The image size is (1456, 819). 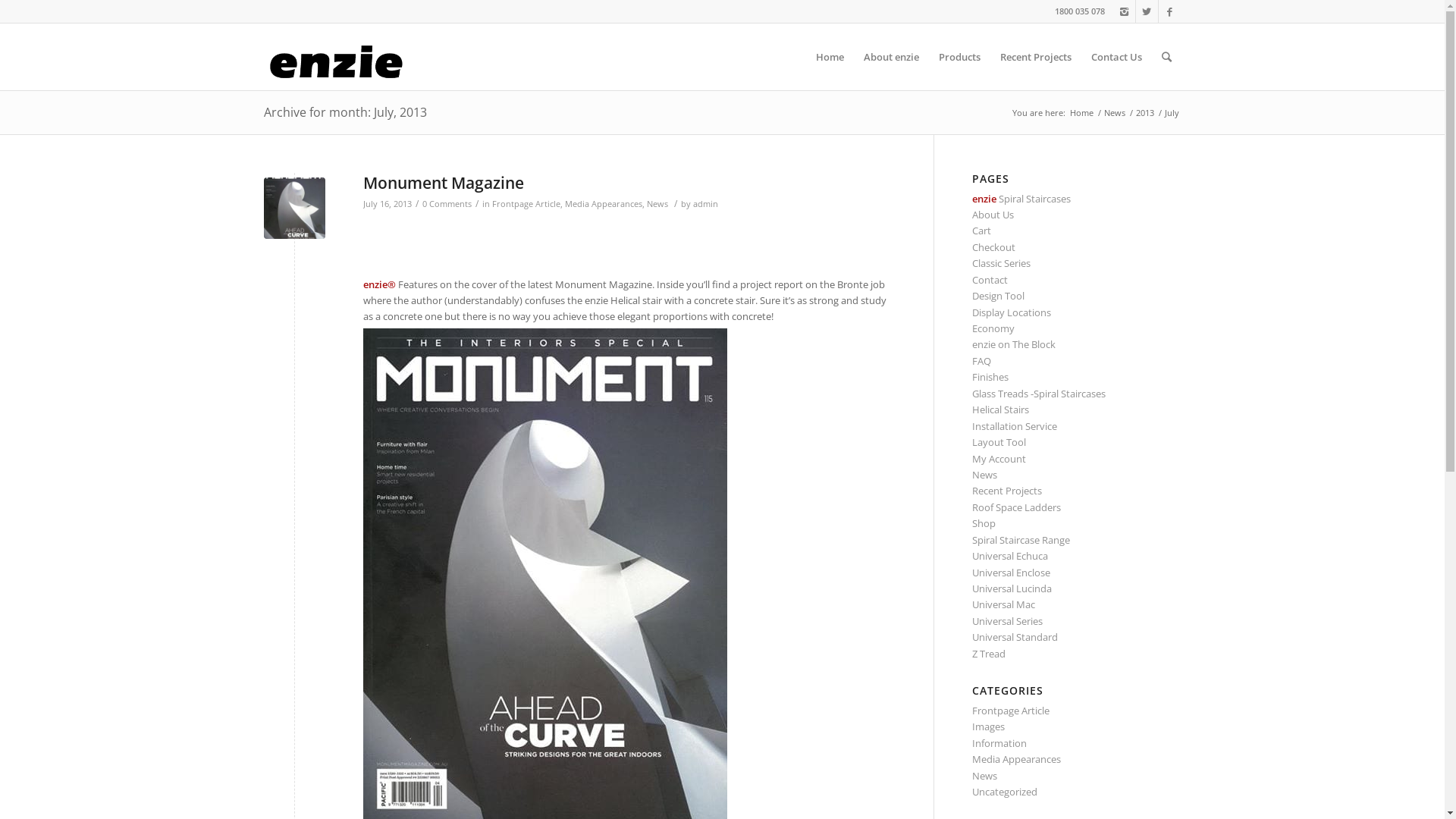 What do you see at coordinates (491, 203) in the screenshot?
I see `'Frontpage Article'` at bounding box center [491, 203].